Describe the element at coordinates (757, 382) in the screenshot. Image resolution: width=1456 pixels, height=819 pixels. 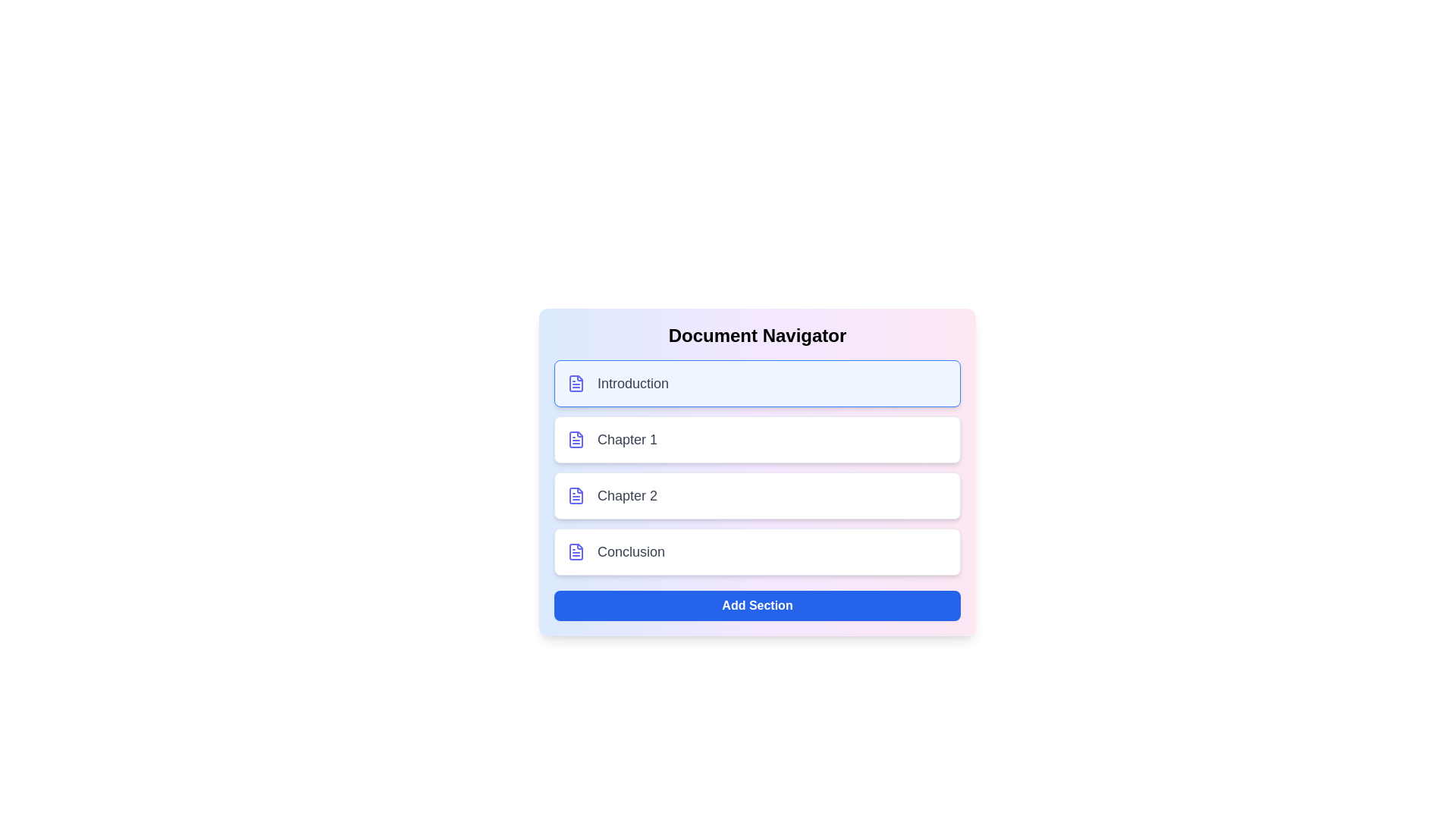
I see `the section title to select its text` at that location.